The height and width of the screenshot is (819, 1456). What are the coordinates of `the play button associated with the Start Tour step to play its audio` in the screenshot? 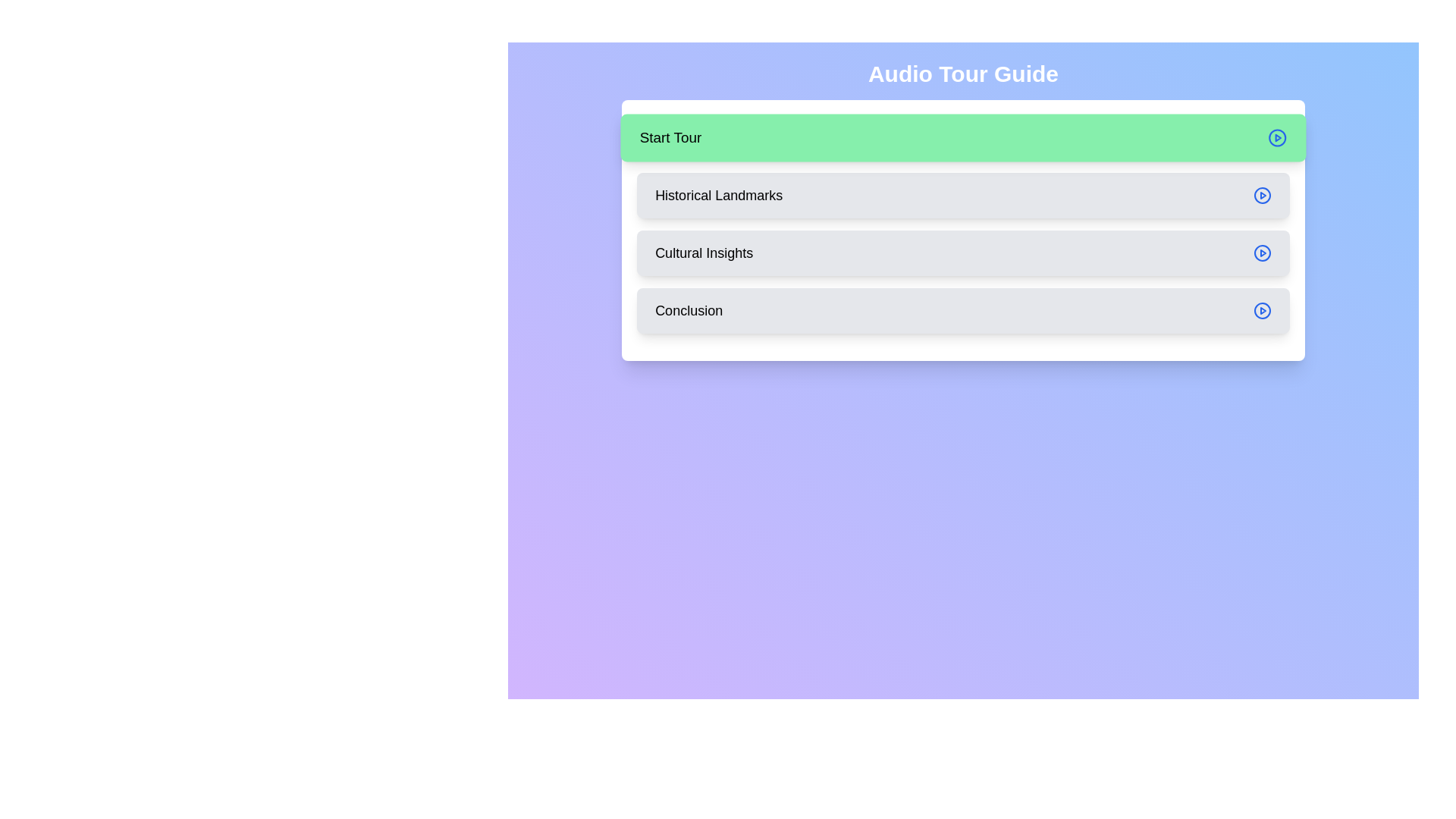 It's located at (1276, 137).